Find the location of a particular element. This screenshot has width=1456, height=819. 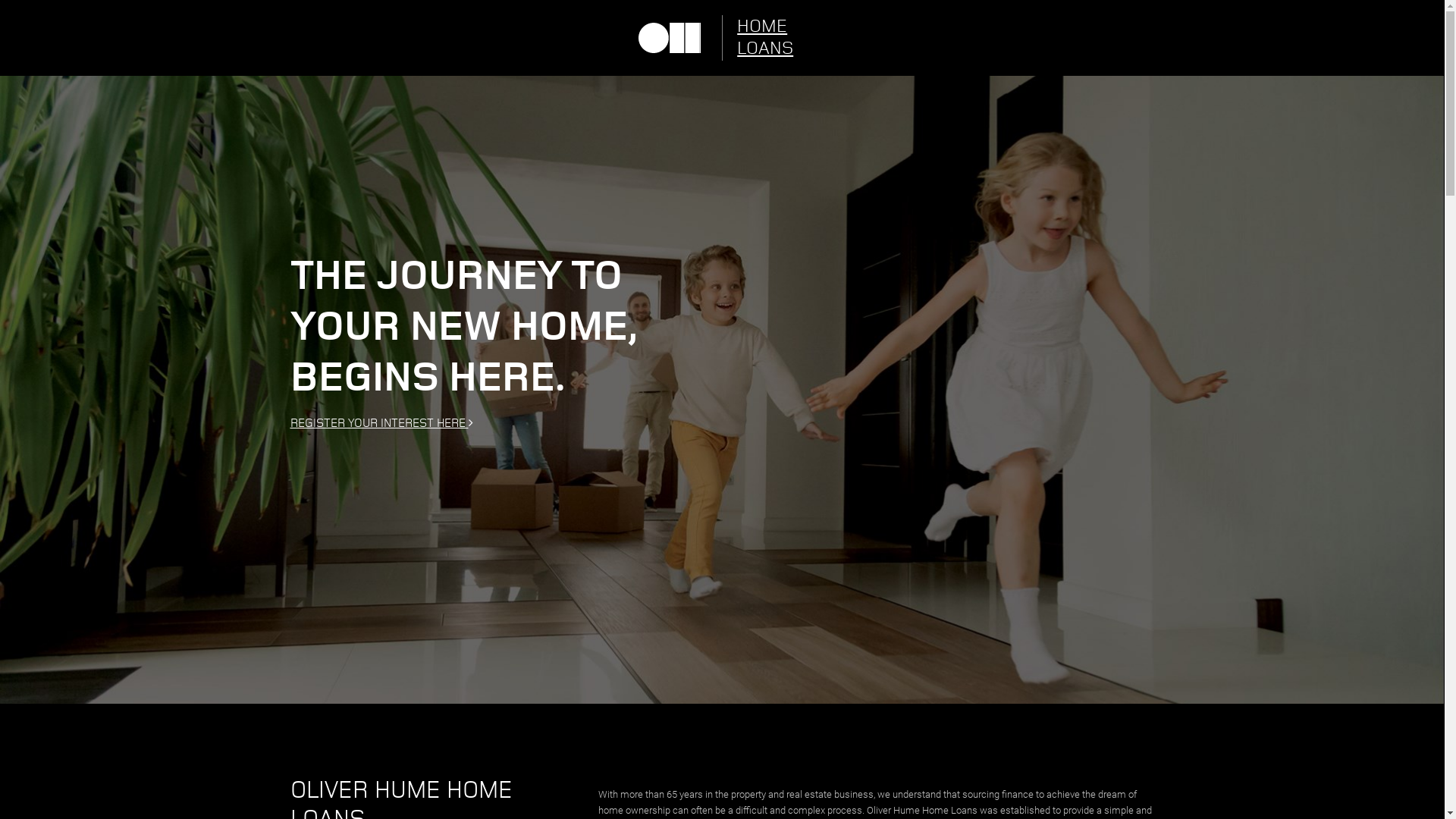

'HOME LOANS' is located at coordinates (775, 37).